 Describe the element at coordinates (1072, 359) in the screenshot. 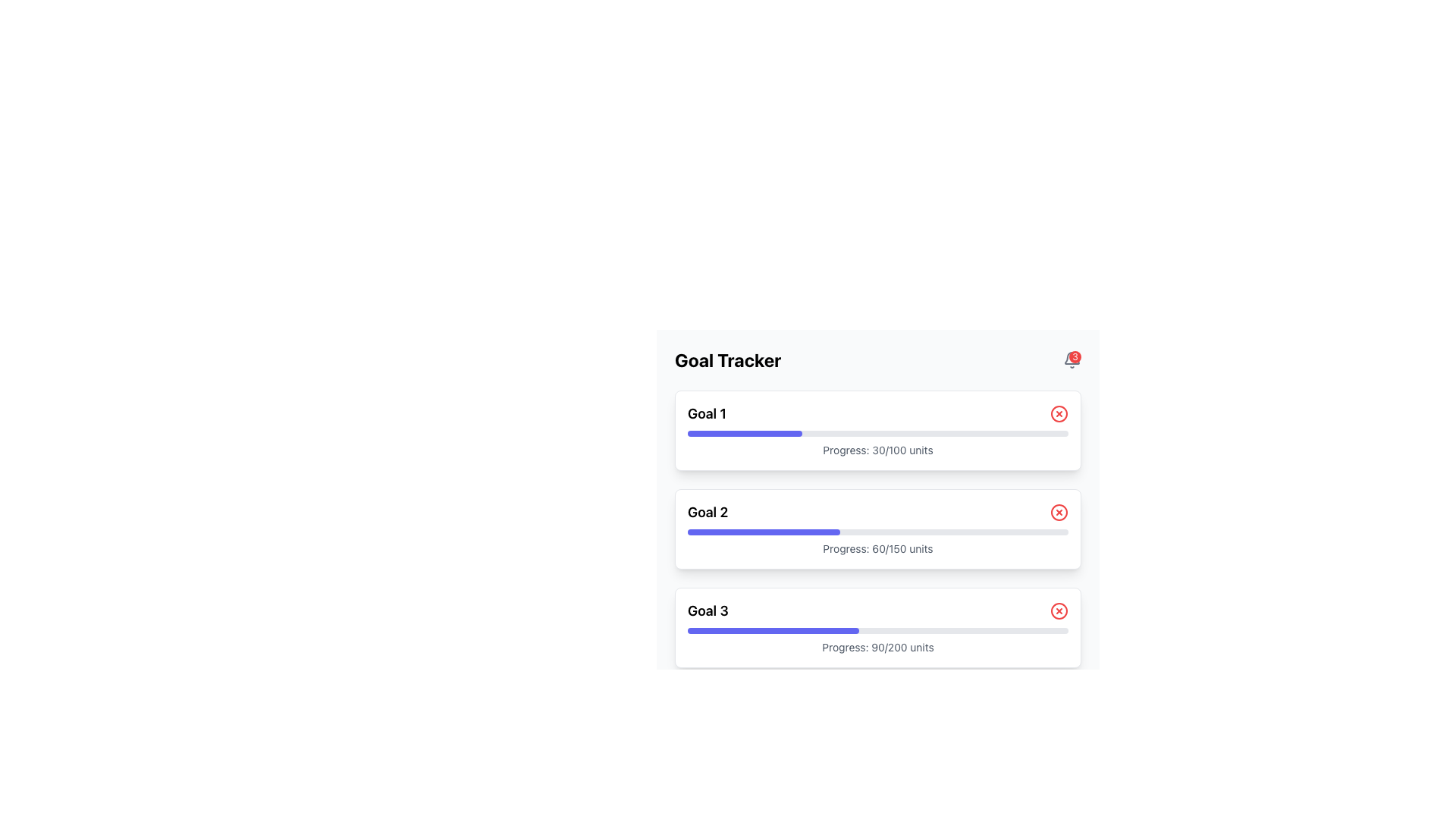

I see `the compact circular notification badge displaying '3' in white over a red background, located at the top-right corner of the bell icon` at that location.